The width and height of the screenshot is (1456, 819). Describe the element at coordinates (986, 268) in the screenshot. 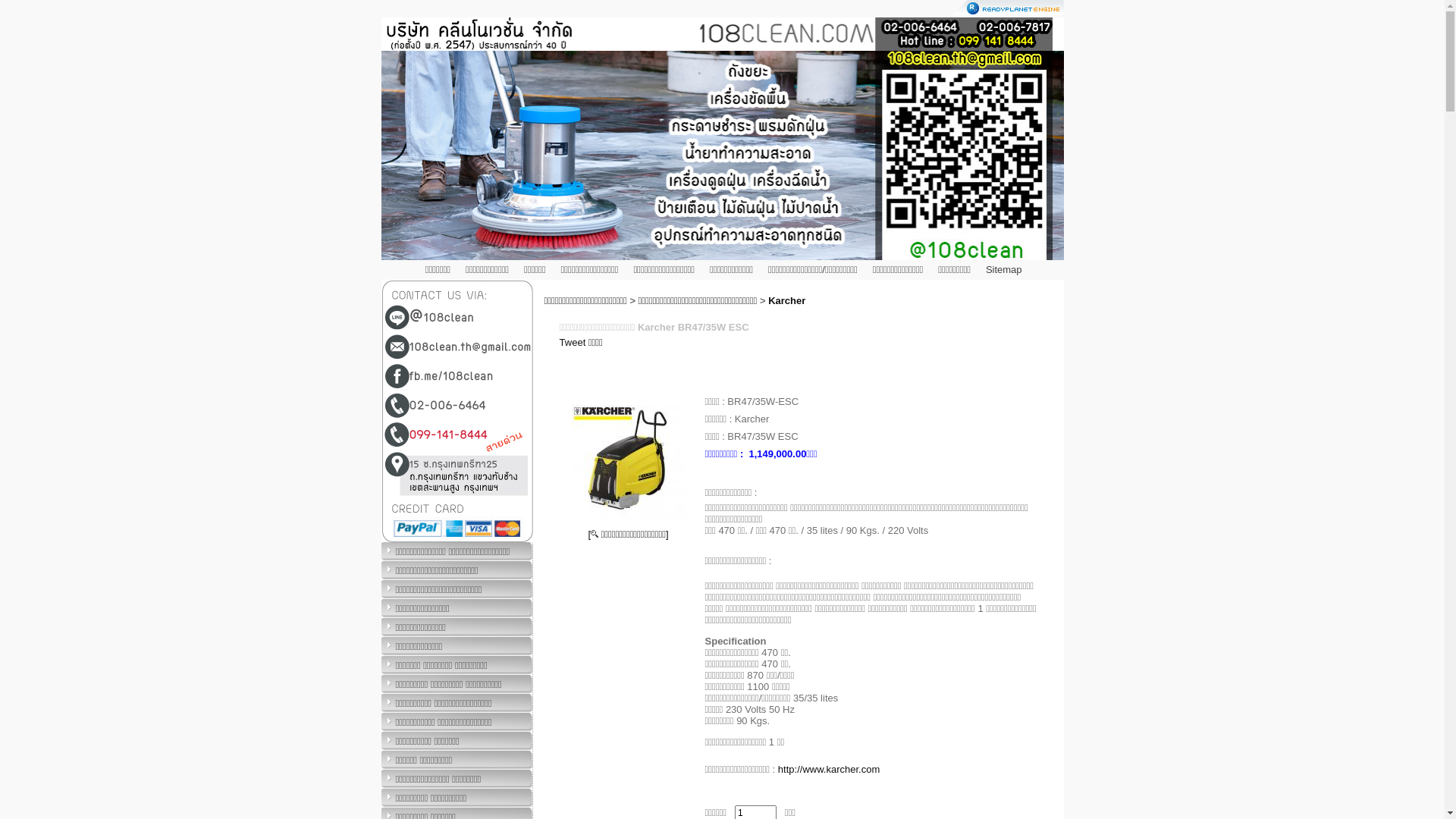

I see `'Sitemap'` at that location.